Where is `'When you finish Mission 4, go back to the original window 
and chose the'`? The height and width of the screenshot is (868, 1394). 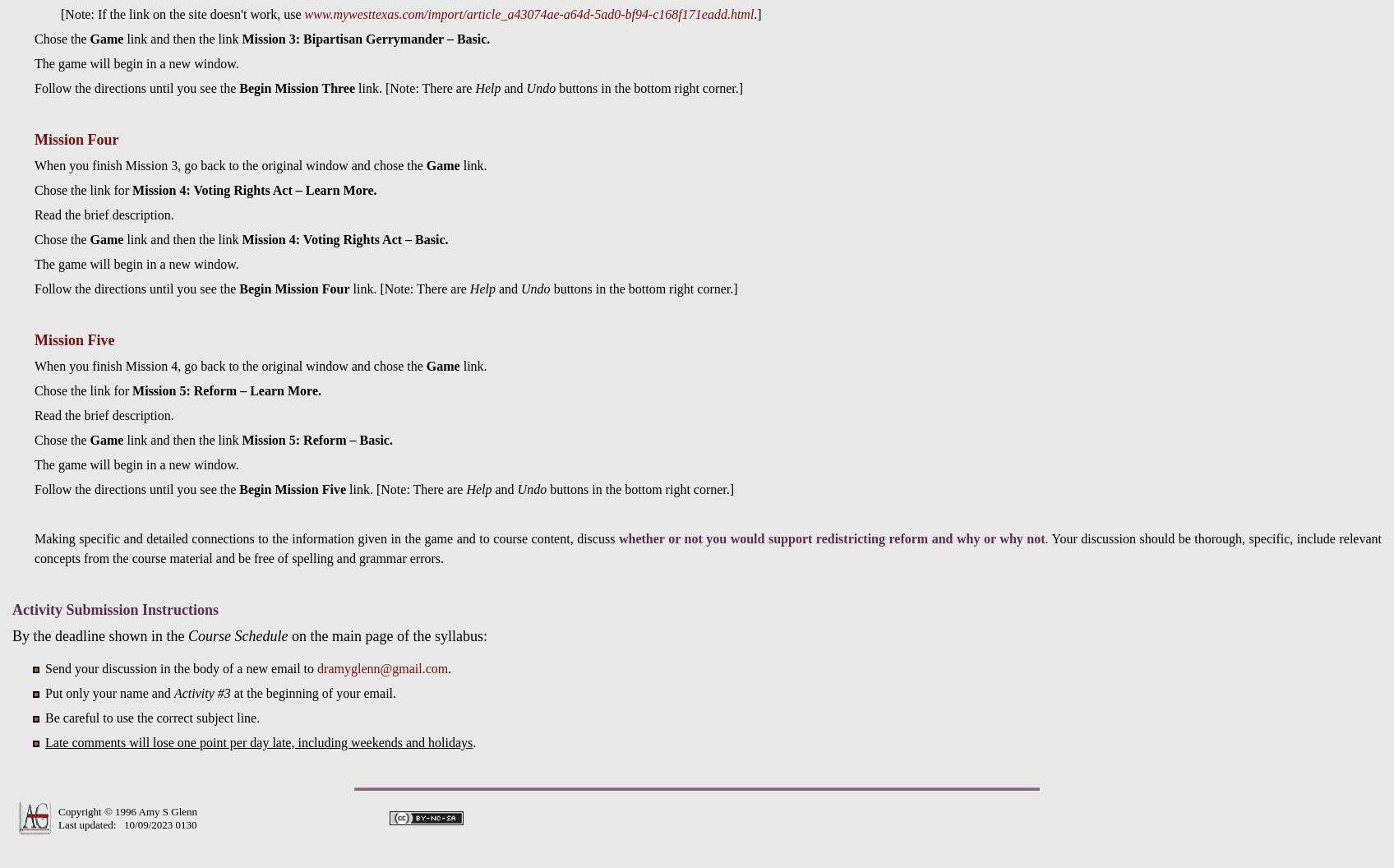
'When you finish Mission 4, go back to the original window 
and chose the' is located at coordinates (229, 365).